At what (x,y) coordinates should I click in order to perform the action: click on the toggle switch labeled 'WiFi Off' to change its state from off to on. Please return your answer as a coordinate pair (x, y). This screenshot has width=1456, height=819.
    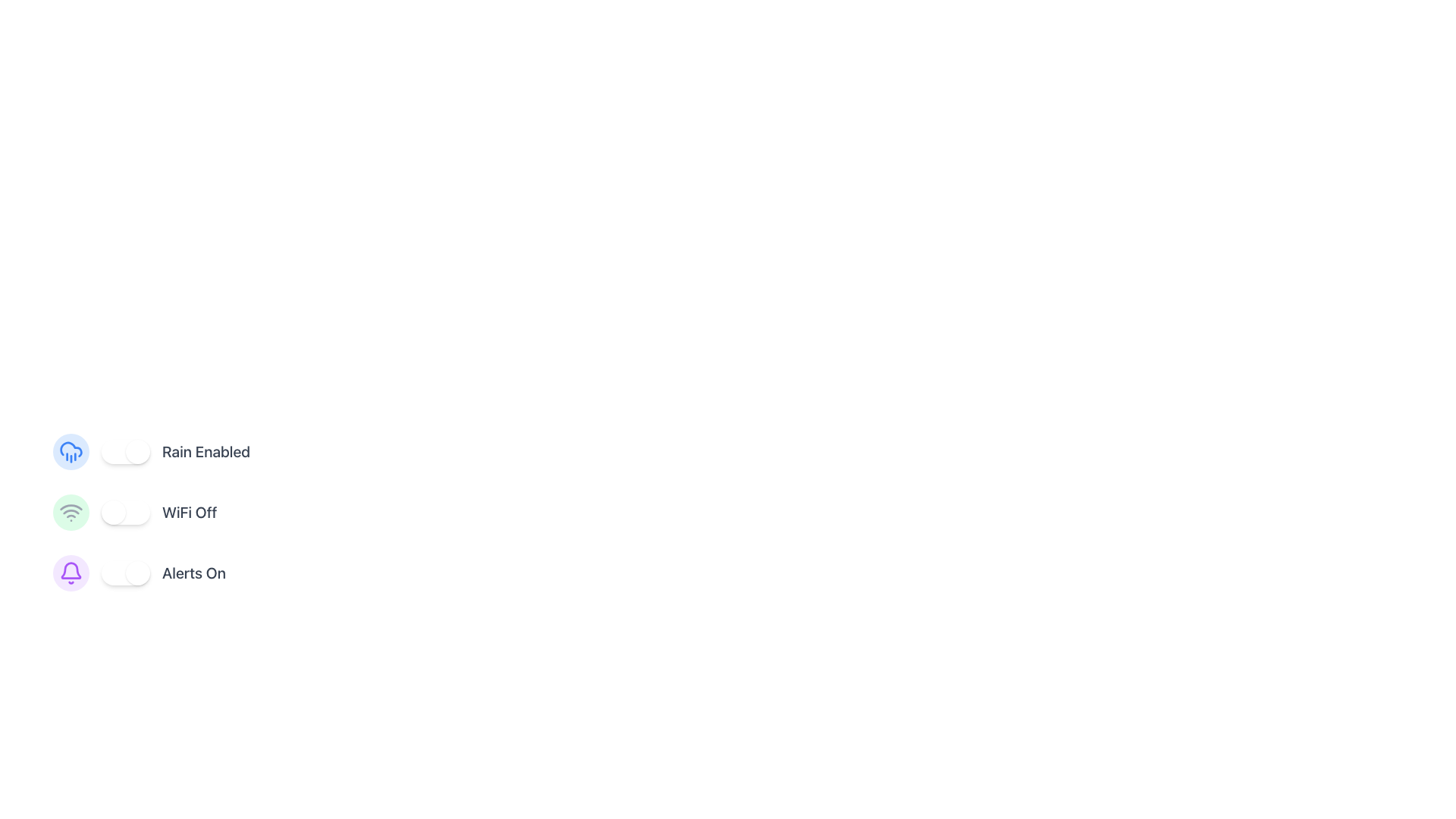
    Looking at the image, I should click on (135, 512).